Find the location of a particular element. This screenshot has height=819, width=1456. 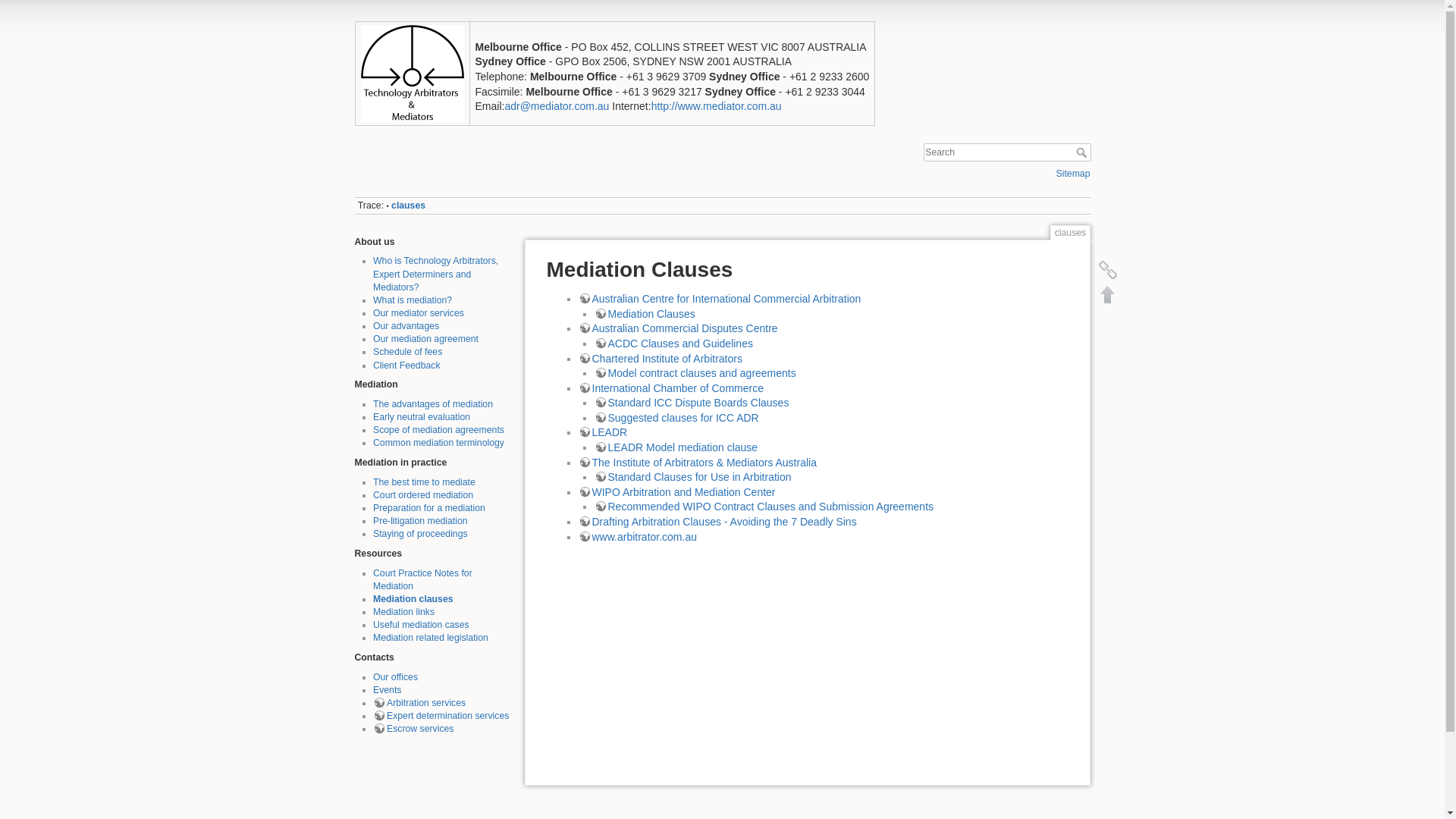

'Mediation Clauses' is located at coordinates (645, 312).